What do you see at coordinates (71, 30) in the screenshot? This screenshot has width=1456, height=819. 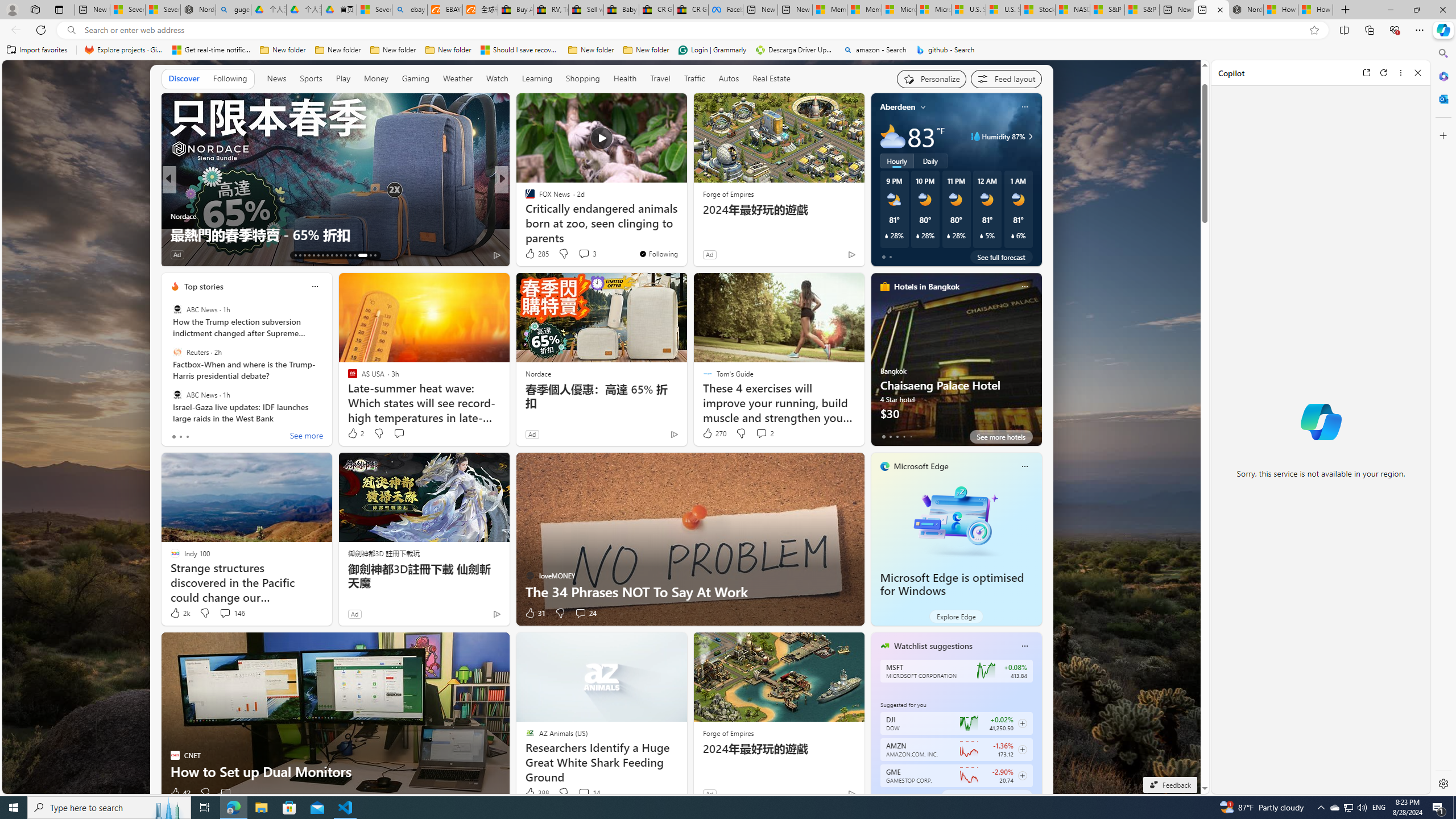 I see `'Search icon'` at bounding box center [71, 30].